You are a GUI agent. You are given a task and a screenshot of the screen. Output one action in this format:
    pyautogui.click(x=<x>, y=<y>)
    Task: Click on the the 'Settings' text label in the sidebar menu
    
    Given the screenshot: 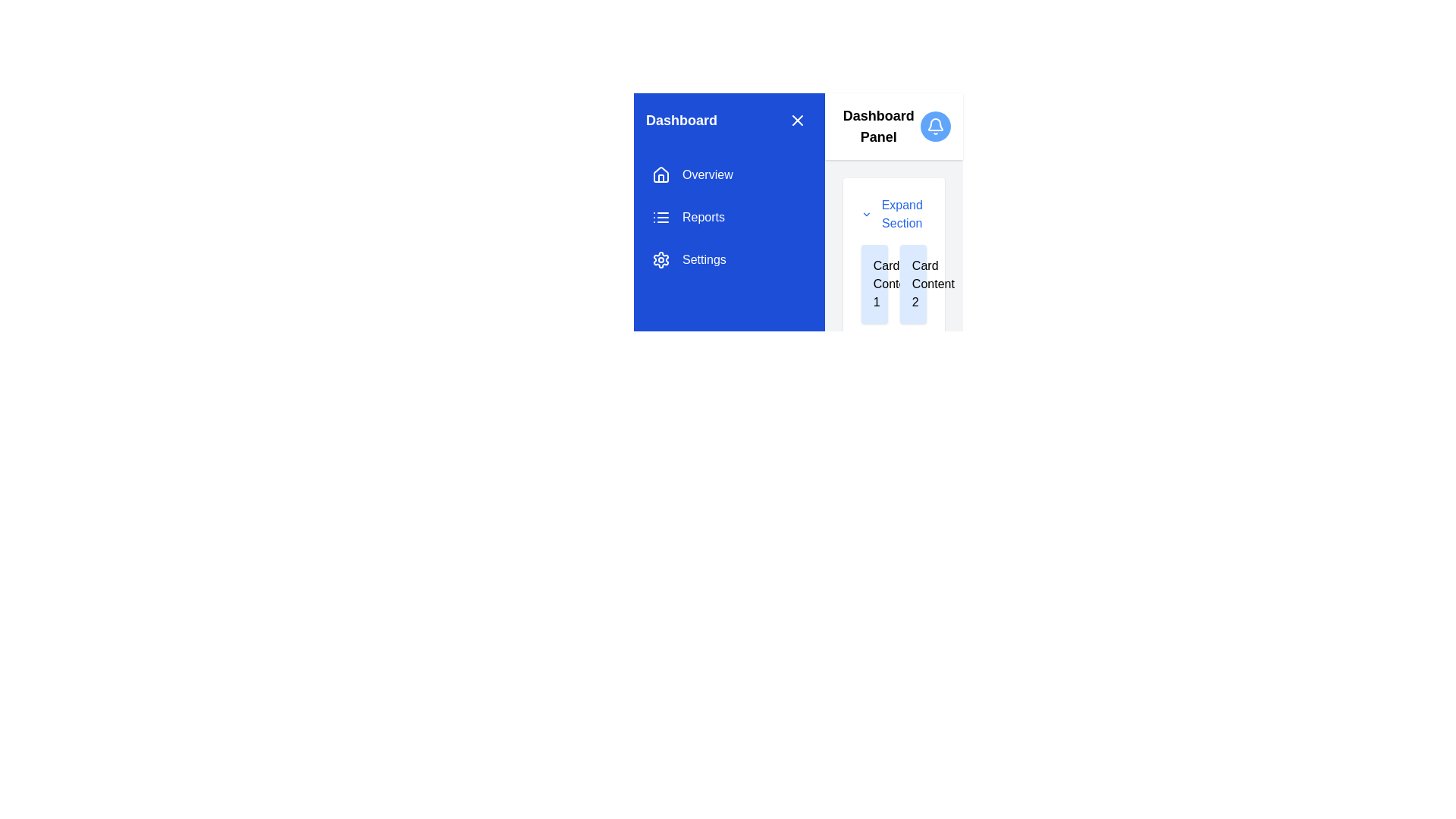 What is the action you would take?
    pyautogui.click(x=703, y=259)
    